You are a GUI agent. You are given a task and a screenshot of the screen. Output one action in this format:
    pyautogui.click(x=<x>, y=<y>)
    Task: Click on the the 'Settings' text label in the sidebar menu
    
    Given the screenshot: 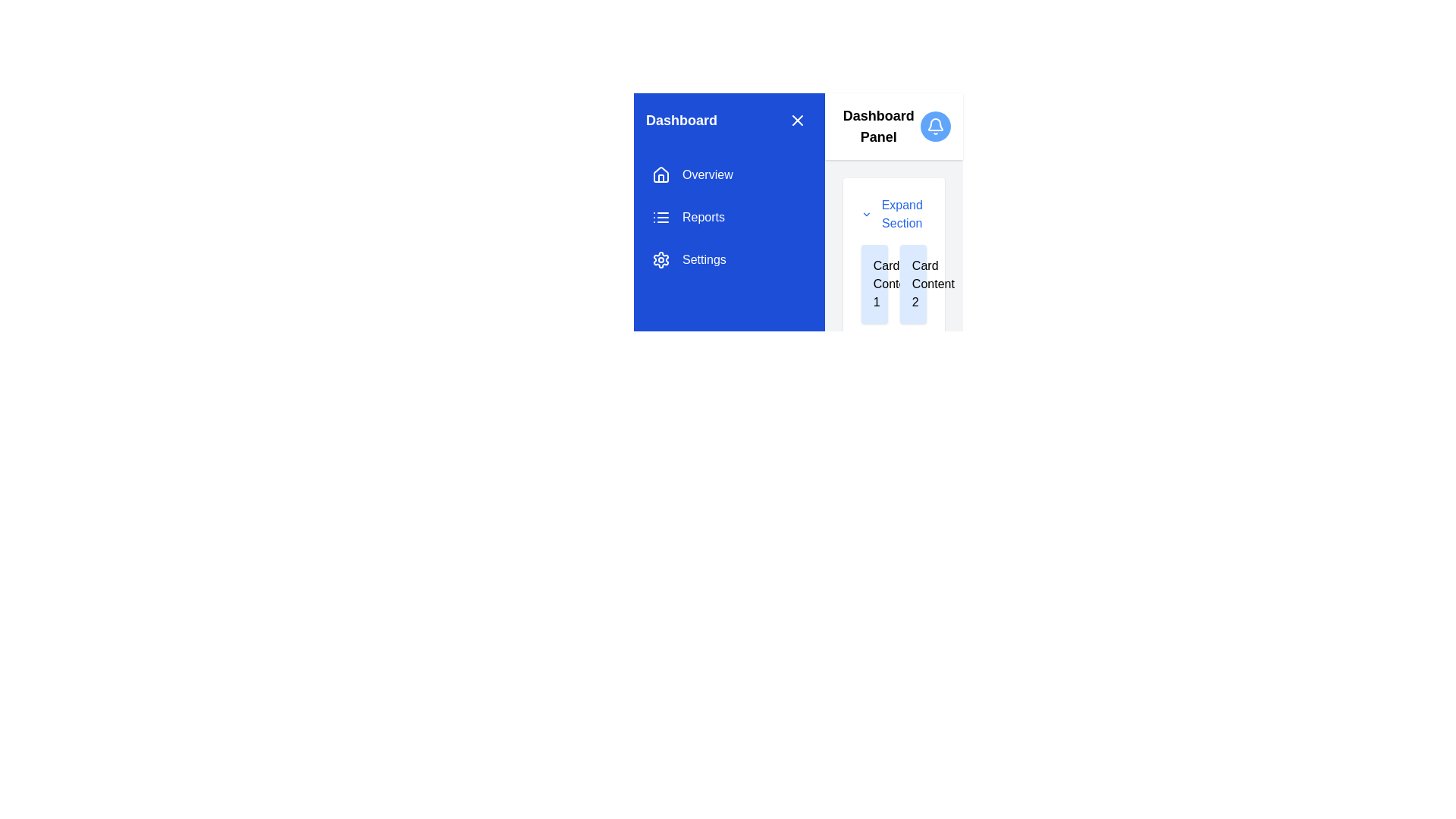 What is the action you would take?
    pyautogui.click(x=703, y=259)
    